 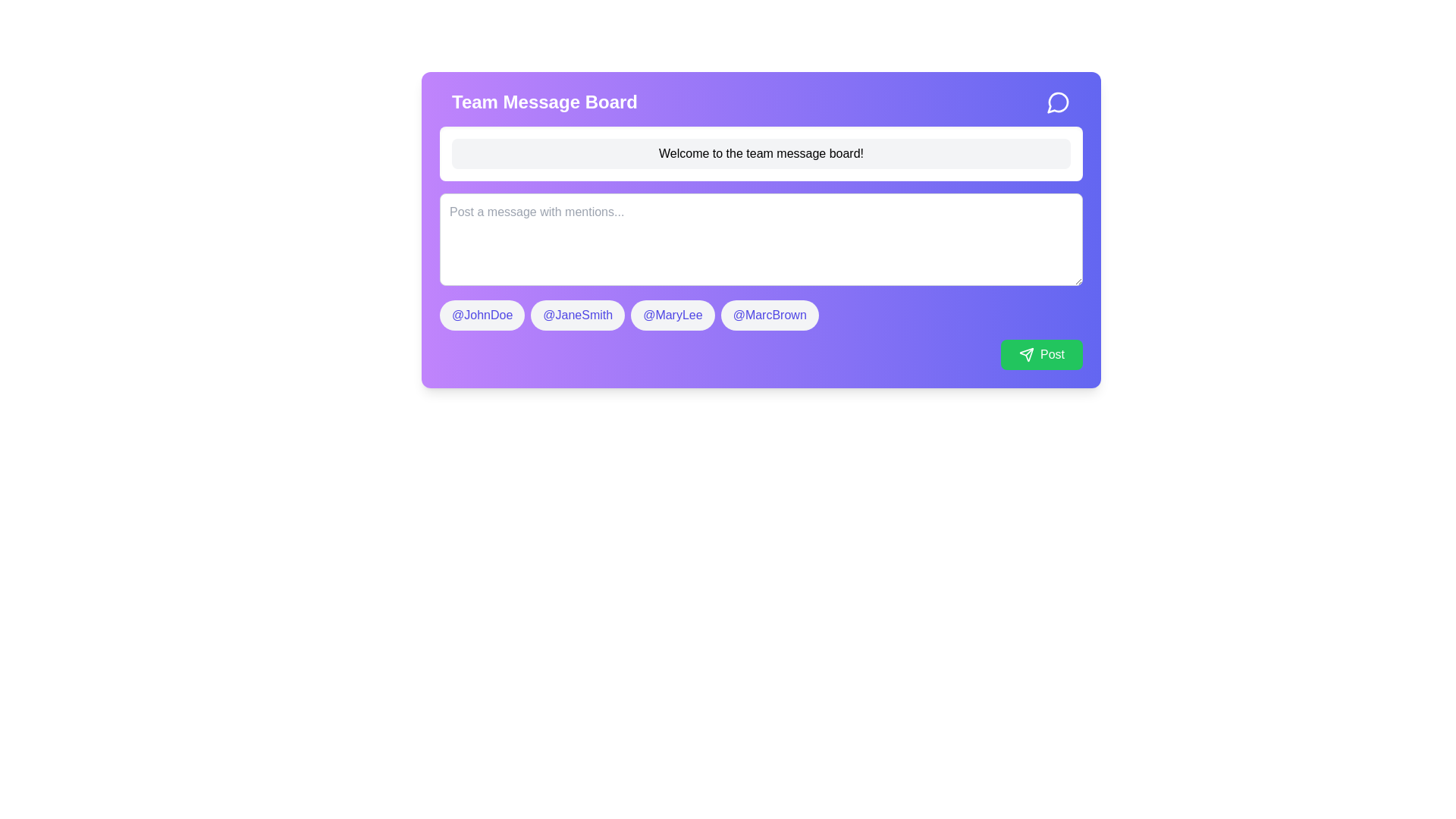 I want to click on text 'Post' within the green button located at the bottom right corner of the purple message board to understand its purpose, so click(x=1051, y=354).